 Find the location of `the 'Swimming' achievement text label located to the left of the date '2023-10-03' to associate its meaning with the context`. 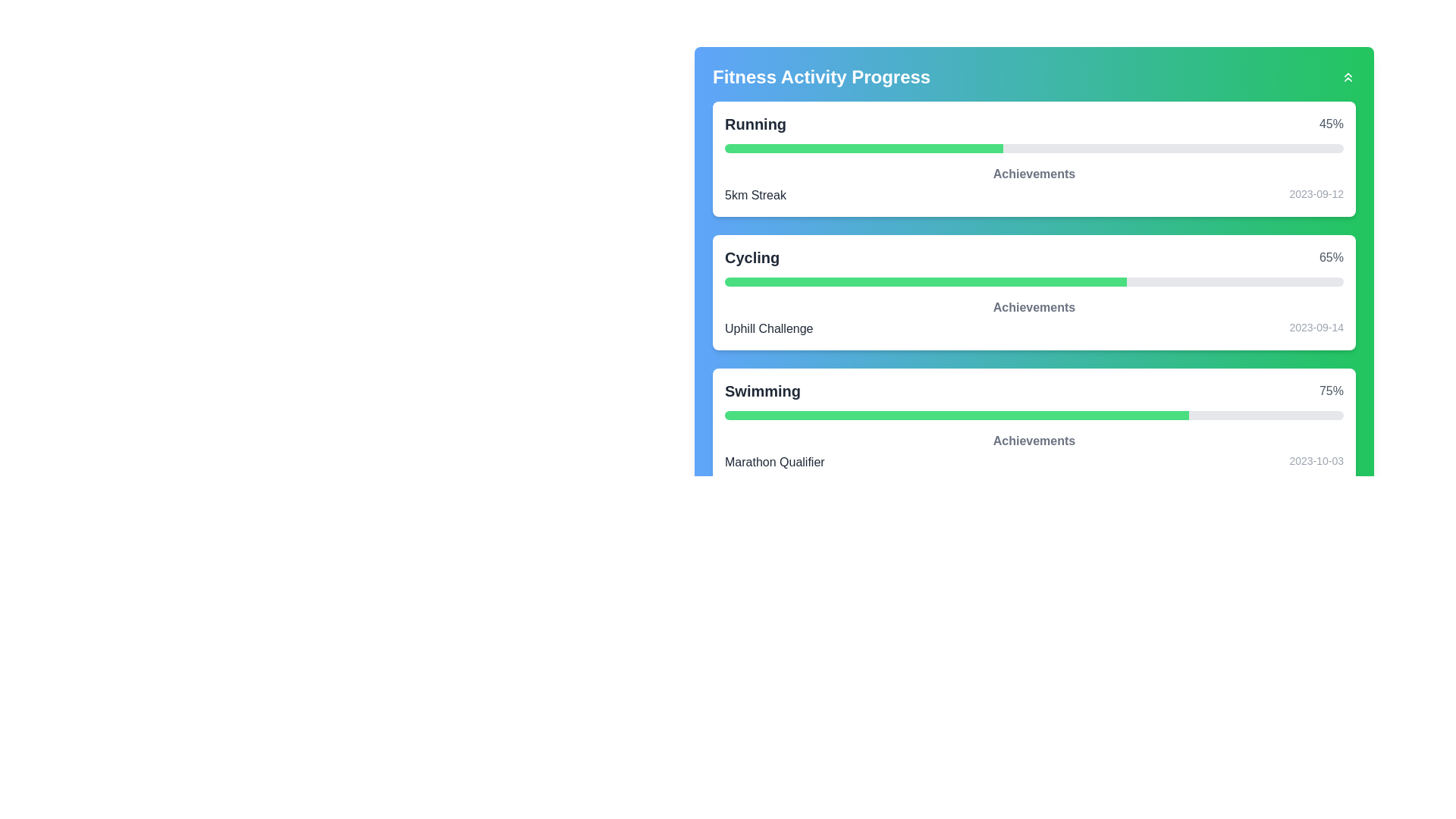

the 'Swimming' achievement text label located to the left of the date '2023-10-03' to associate its meaning with the context is located at coordinates (774, 461).